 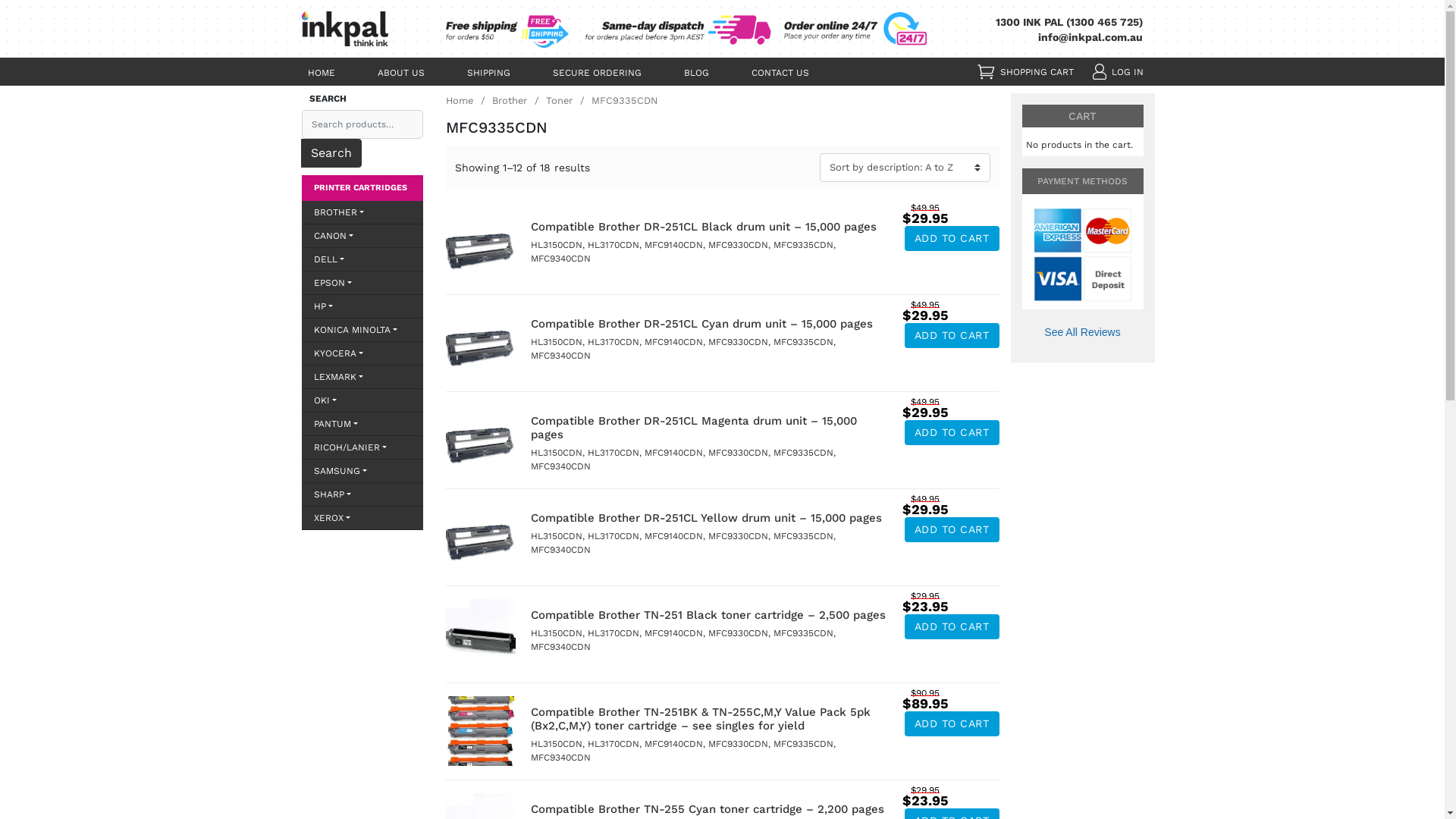 What do you see at coordinates (1081, 331) in the screenshot?
I see `'See All Reviews'` at bounding box center [1081, 331].